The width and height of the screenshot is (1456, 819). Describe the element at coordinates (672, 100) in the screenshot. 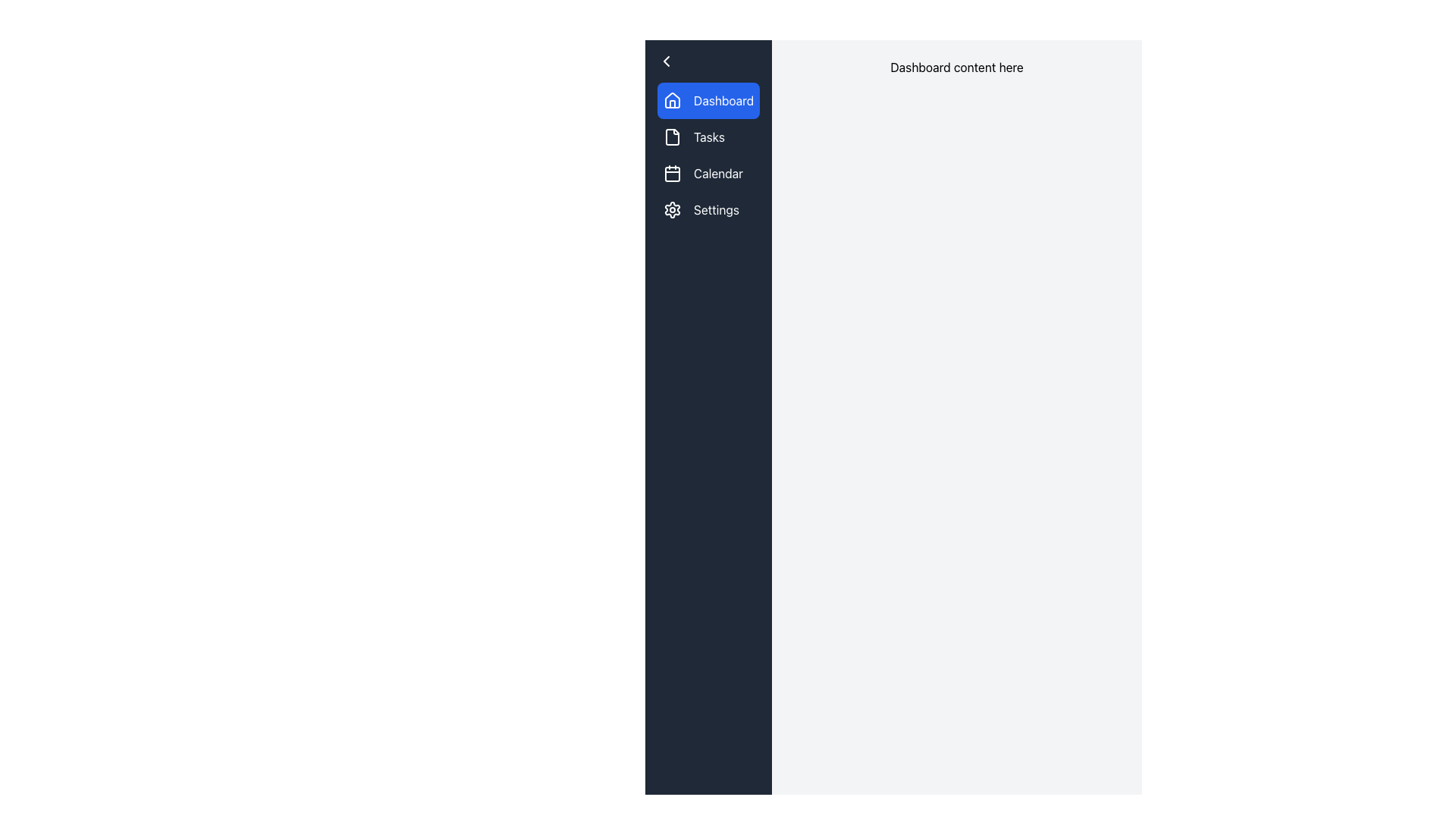

I see `the 'Dashboard' button, which contains a house icon in line-art style` at that location.